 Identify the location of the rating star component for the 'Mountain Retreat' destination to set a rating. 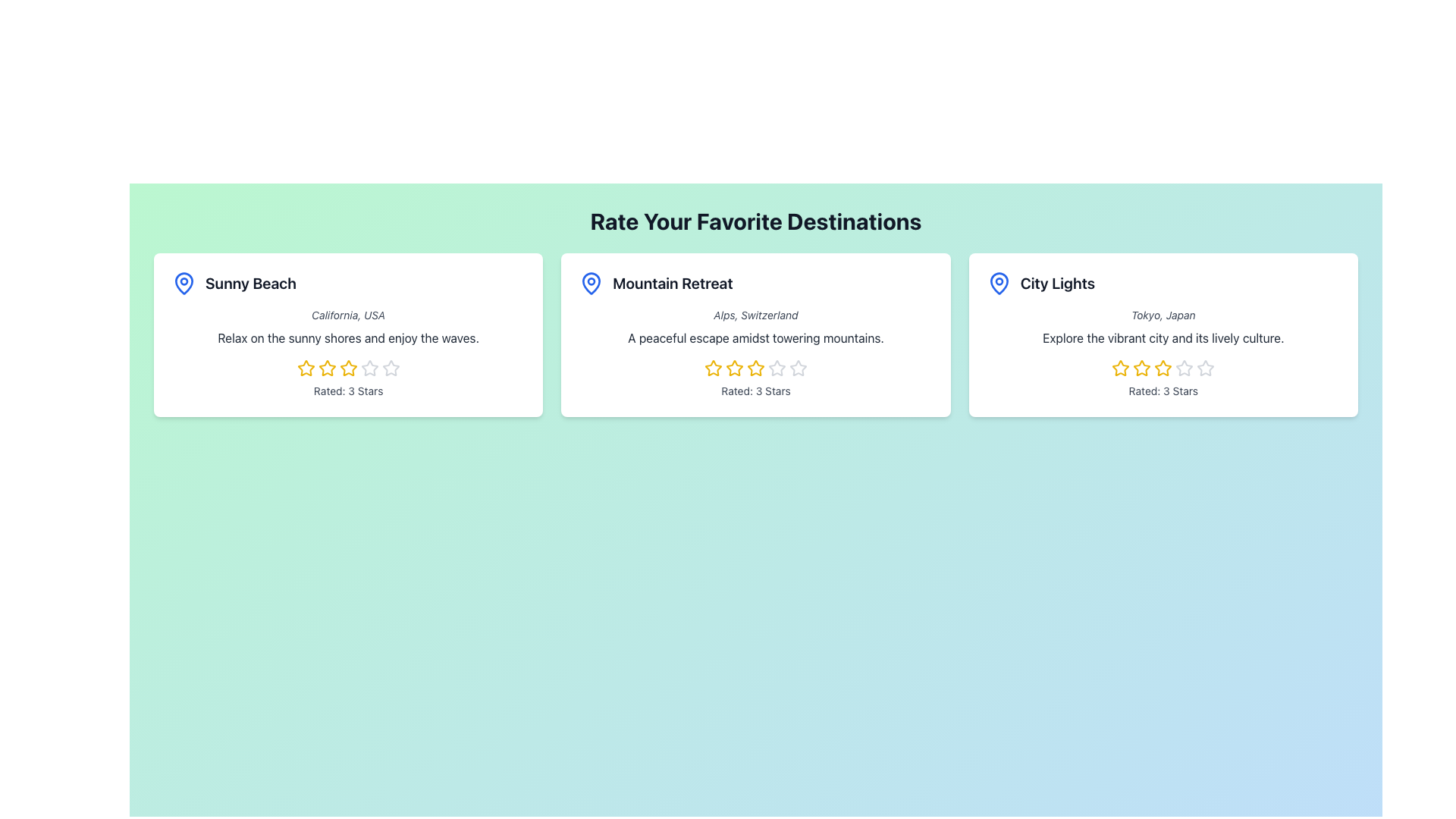
(756, 369).